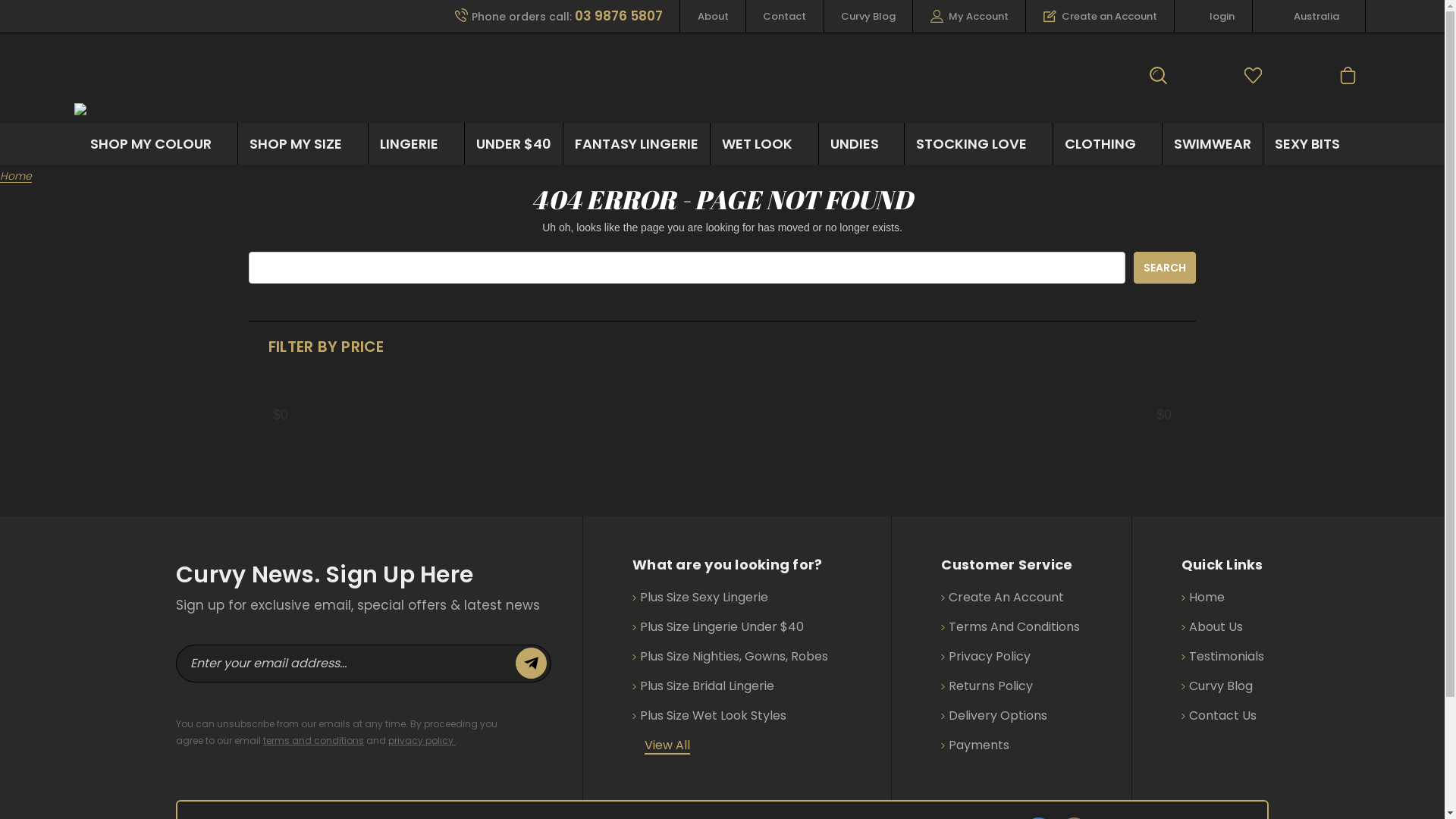 Image resolution: width=1456 pixels, height=819 pixels. Describe the element at coordinates (1308, 16) in the screenshot. I see `'Australia'` at that location.